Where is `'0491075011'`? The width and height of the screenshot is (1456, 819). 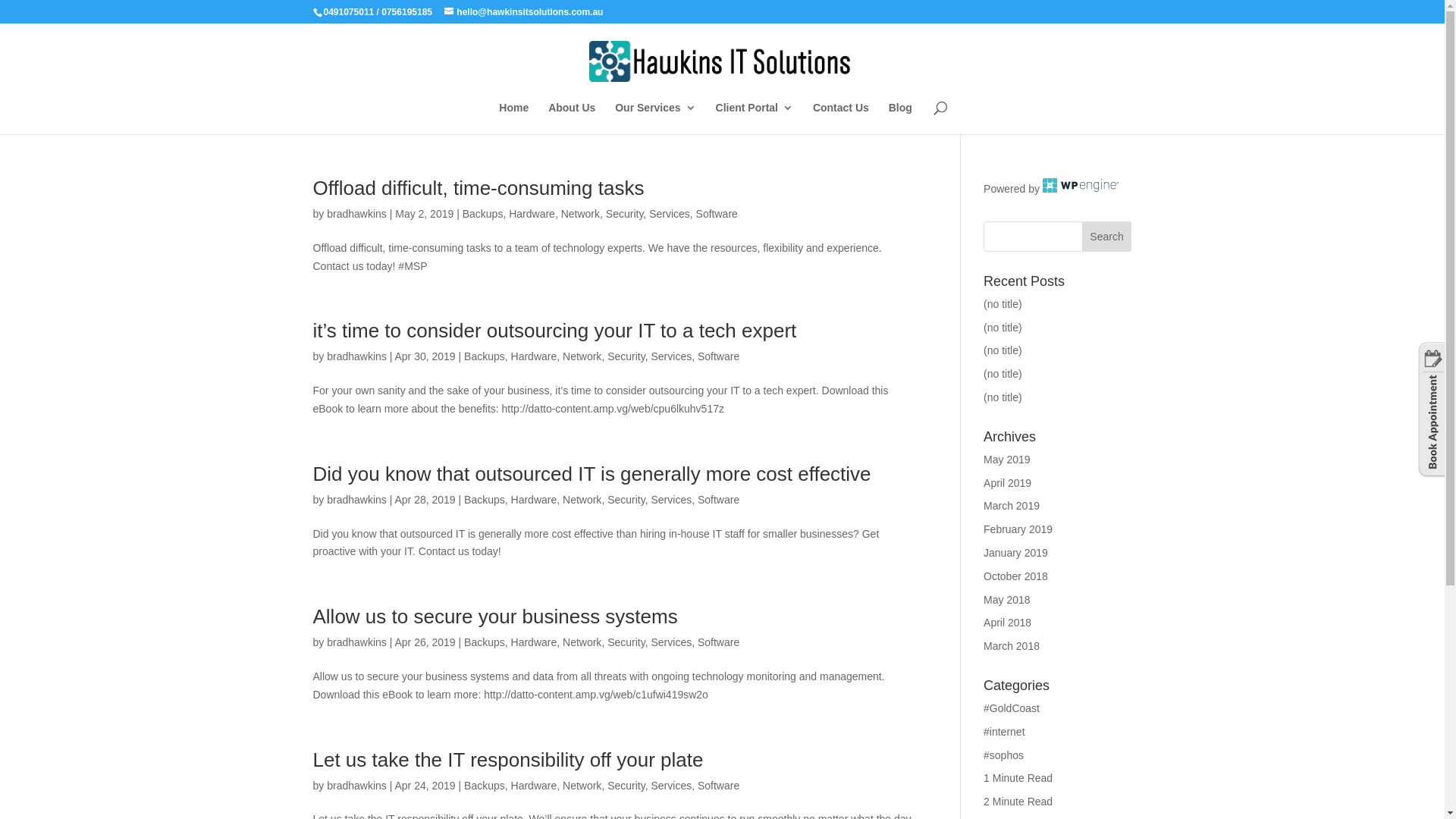 '0491075011' is located at coordinates (347, 11).